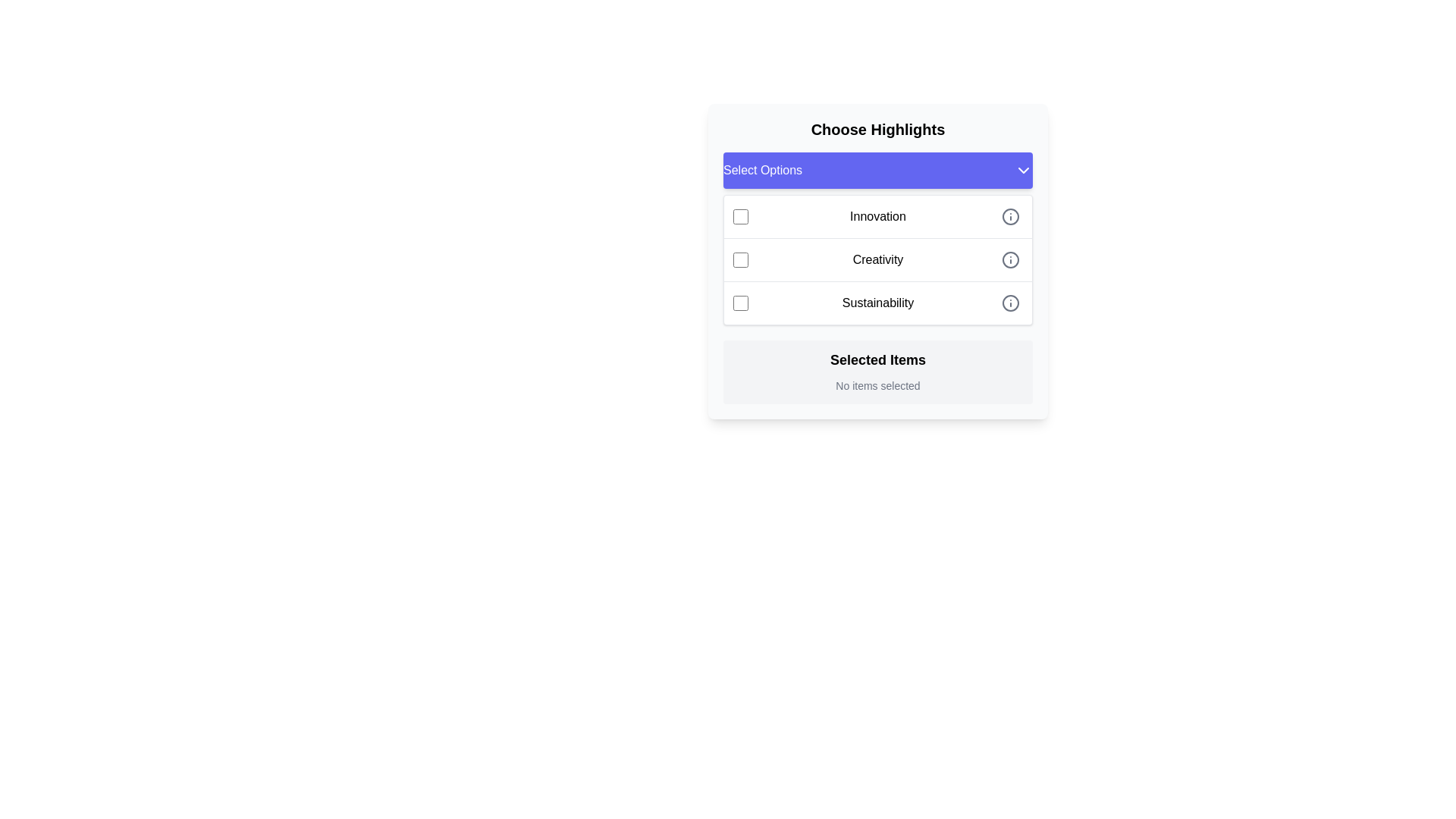 The width and height of the screenshot is (1456, 819). I want to click on the static text label displaying 'Innovation' which is centrally positioned in the option row, adjacent to a checkbox and an information icon, so click(877, 216).